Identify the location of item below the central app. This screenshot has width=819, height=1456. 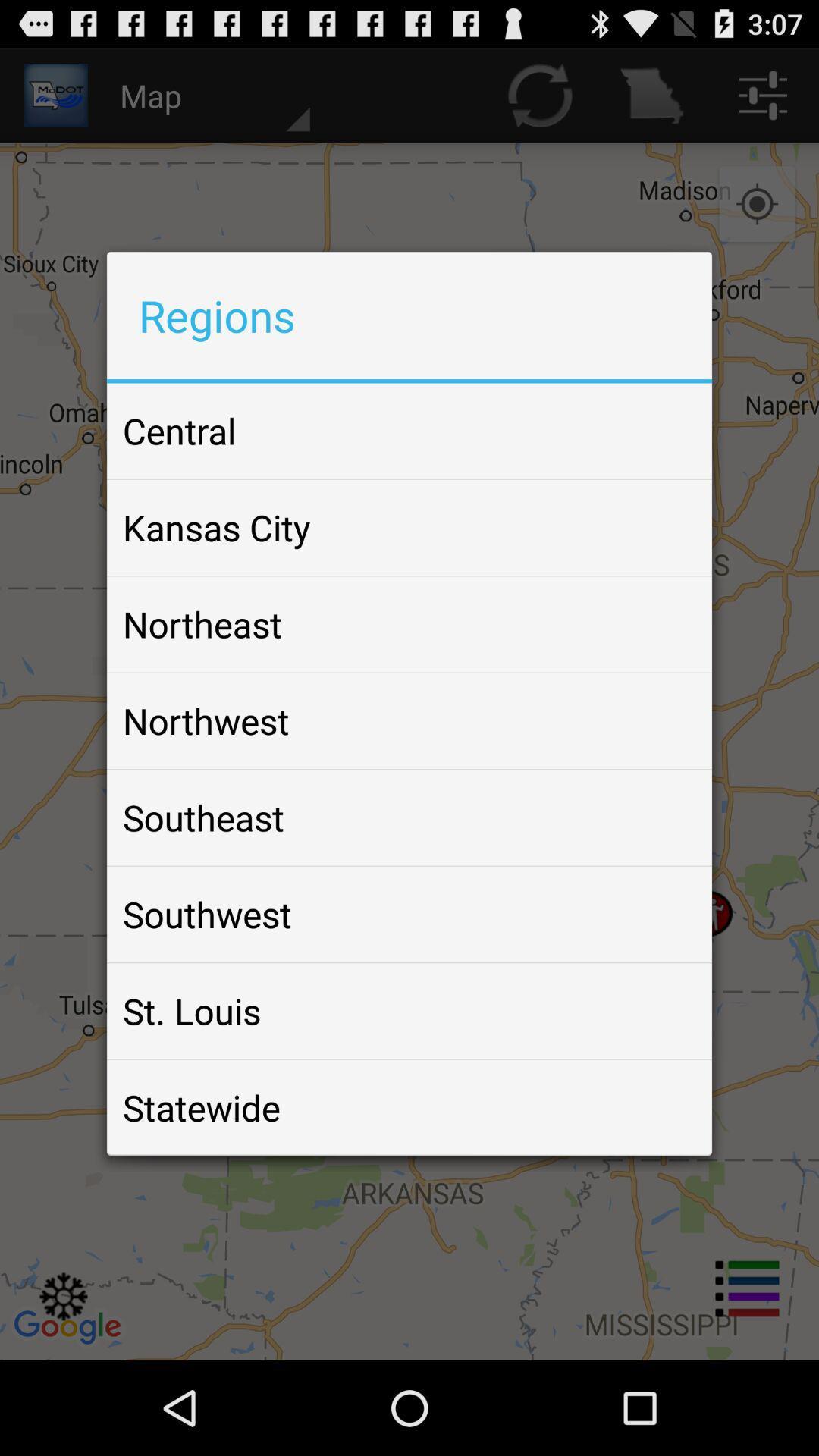
(216, 527).